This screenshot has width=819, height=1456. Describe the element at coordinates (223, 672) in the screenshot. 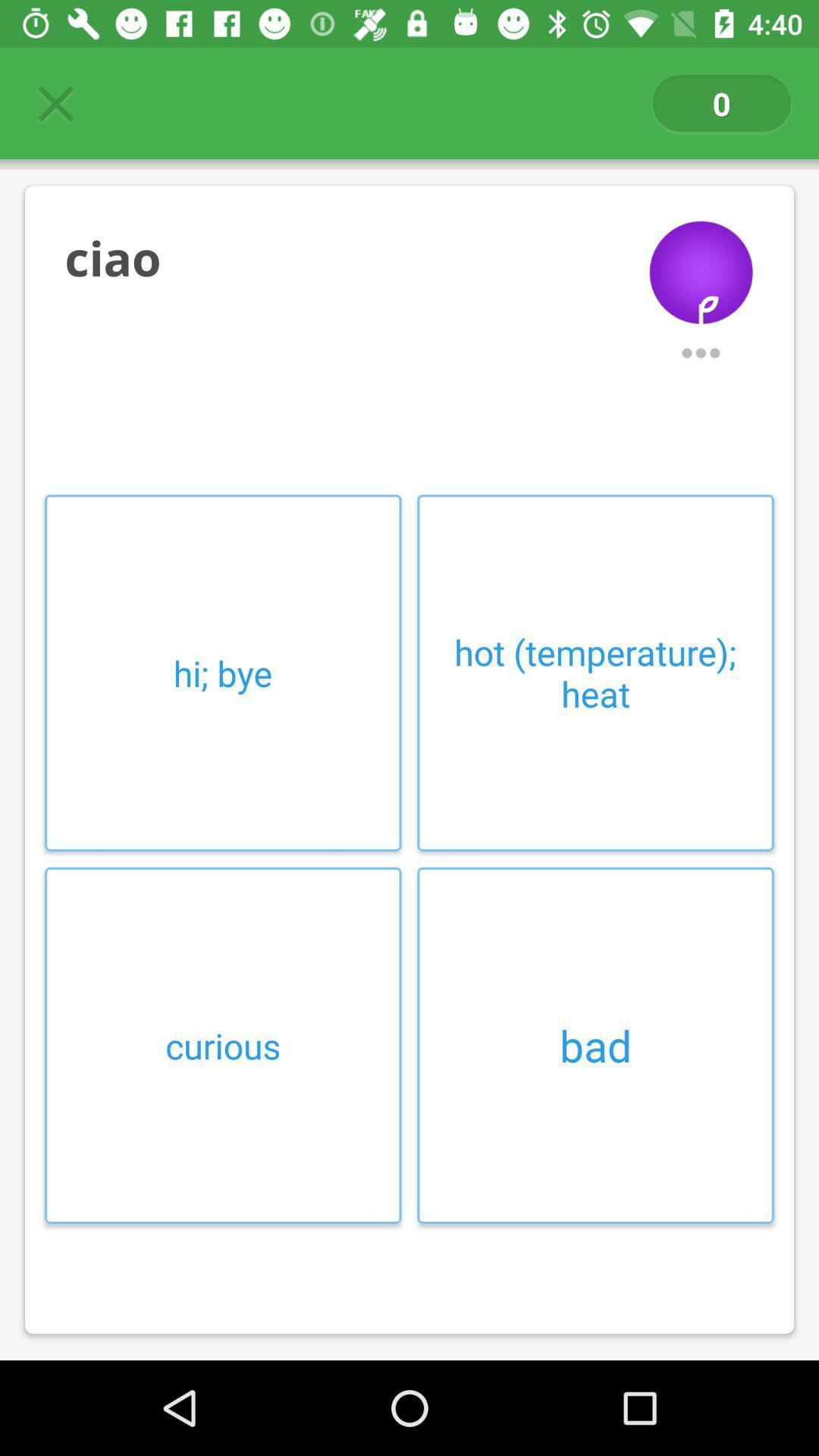

I see `item above the curious icon` at that location.